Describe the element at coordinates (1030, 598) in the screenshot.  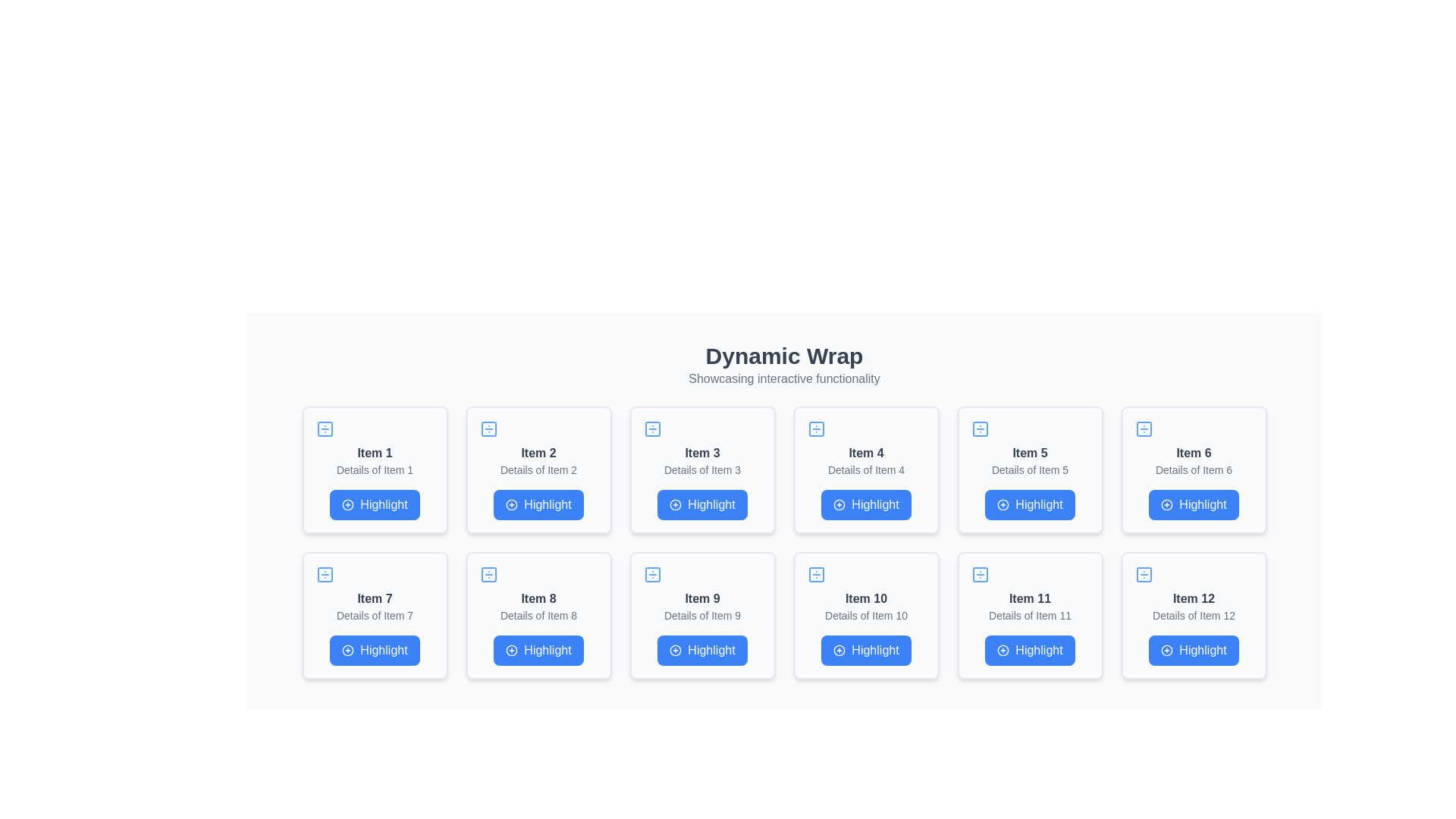
I see `the Text label that serves as the title for the card representing 'Item 11', located at the top-center of the card above the description text and below the graphic icon` at that location.